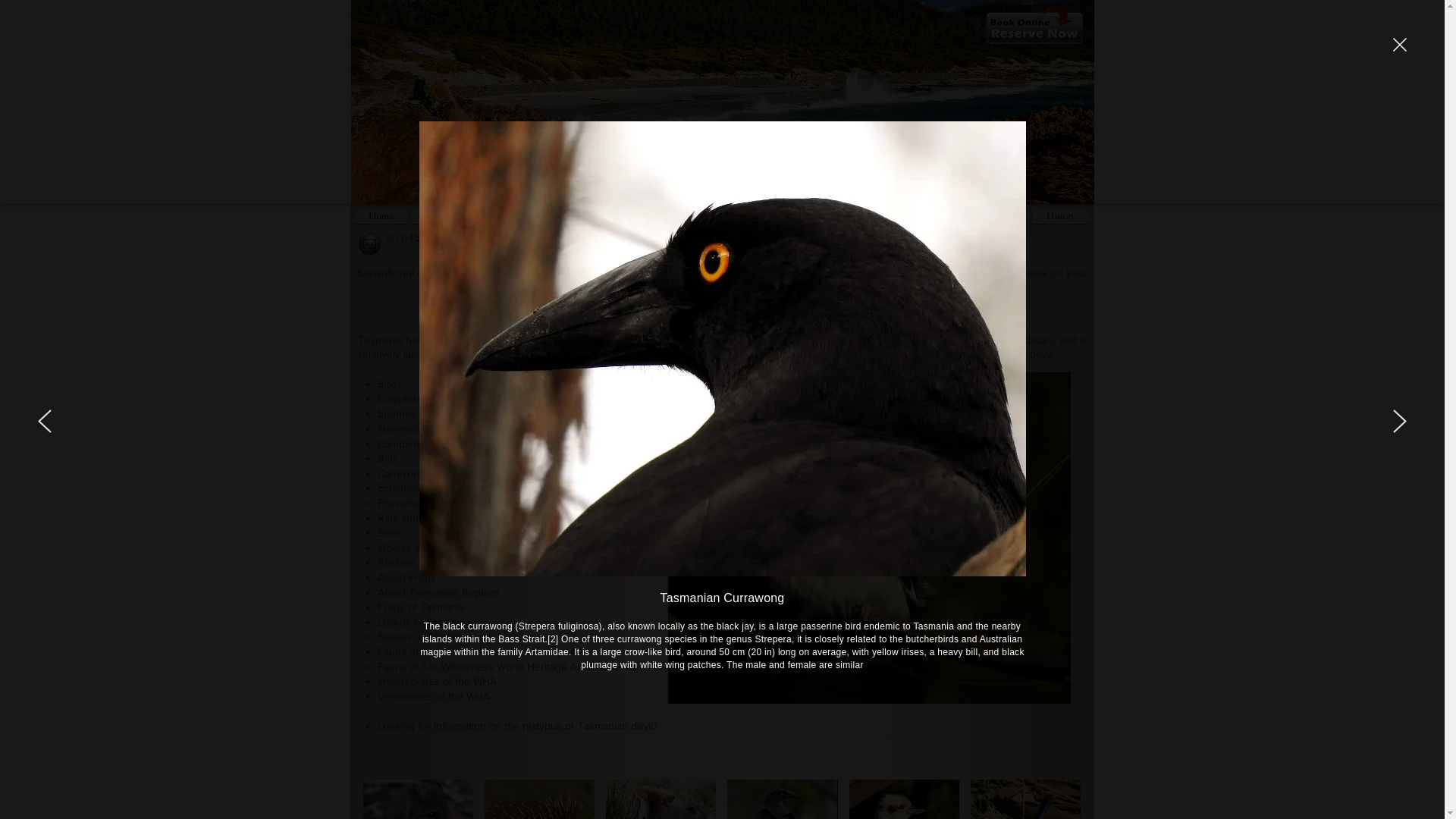 This screenshot has width=1456, height=819. Describe the element at coordinates (424, 636) in the screenshot. I see `'Snakes of Tasmania'` at that location.